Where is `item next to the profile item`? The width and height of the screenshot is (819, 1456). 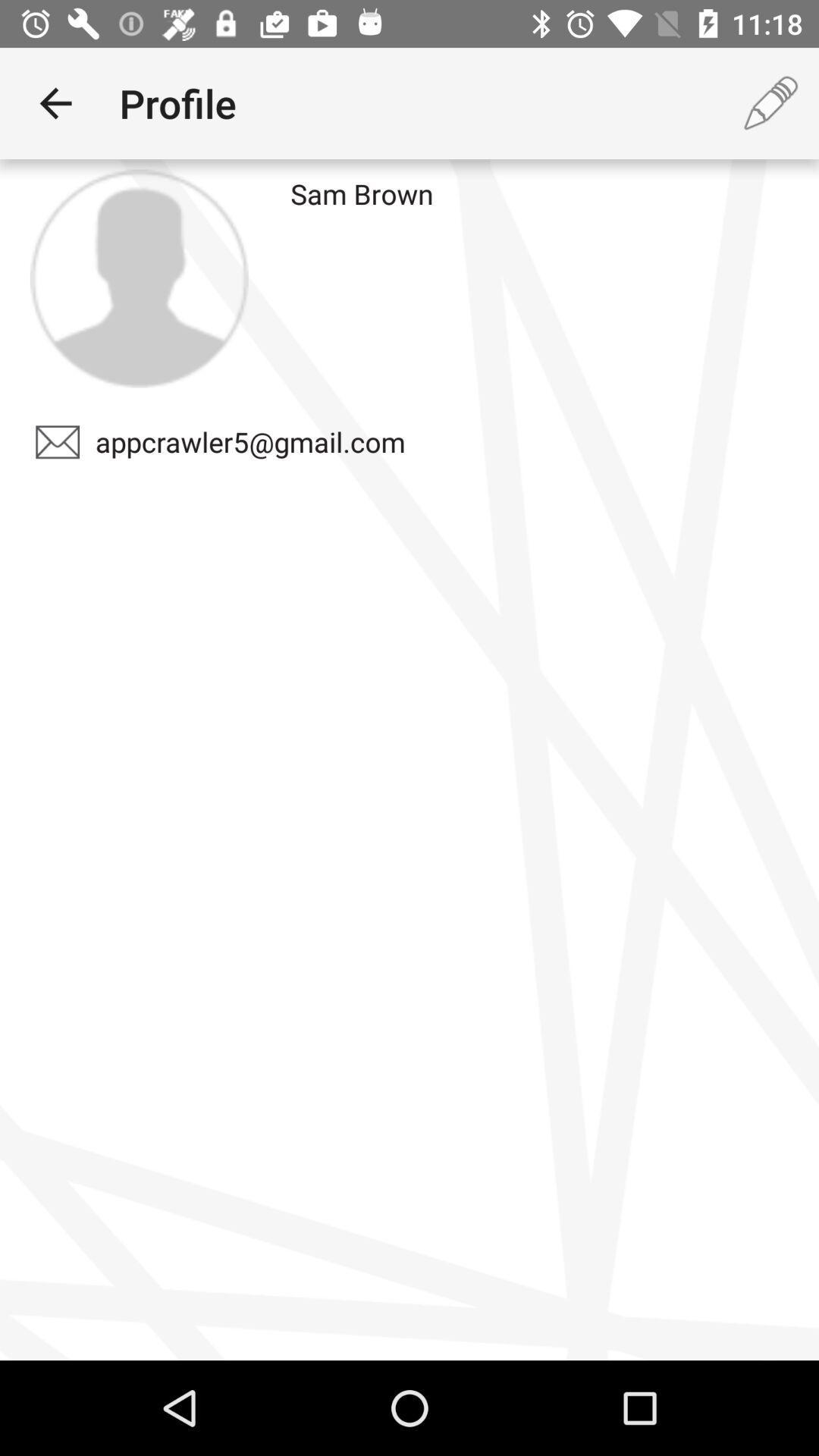 item next to the profile item is located at coordinates (55, 102).